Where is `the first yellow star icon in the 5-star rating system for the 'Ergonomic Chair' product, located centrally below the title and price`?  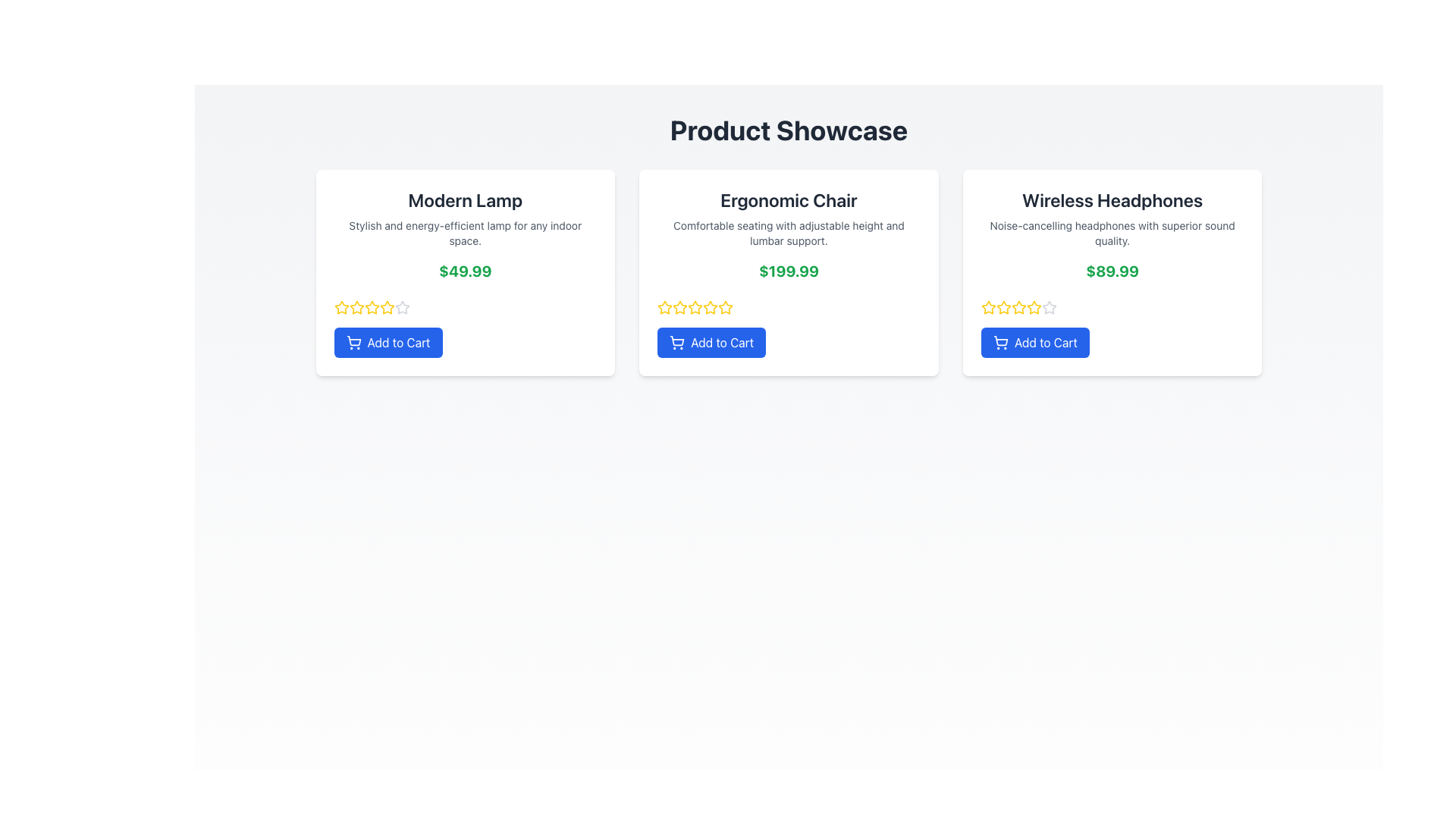
the first yellow star icon in the 5-star rating system for the 'Ergonomic Chair' product, located centrally below the title and price is located at coordinates (665, 307).